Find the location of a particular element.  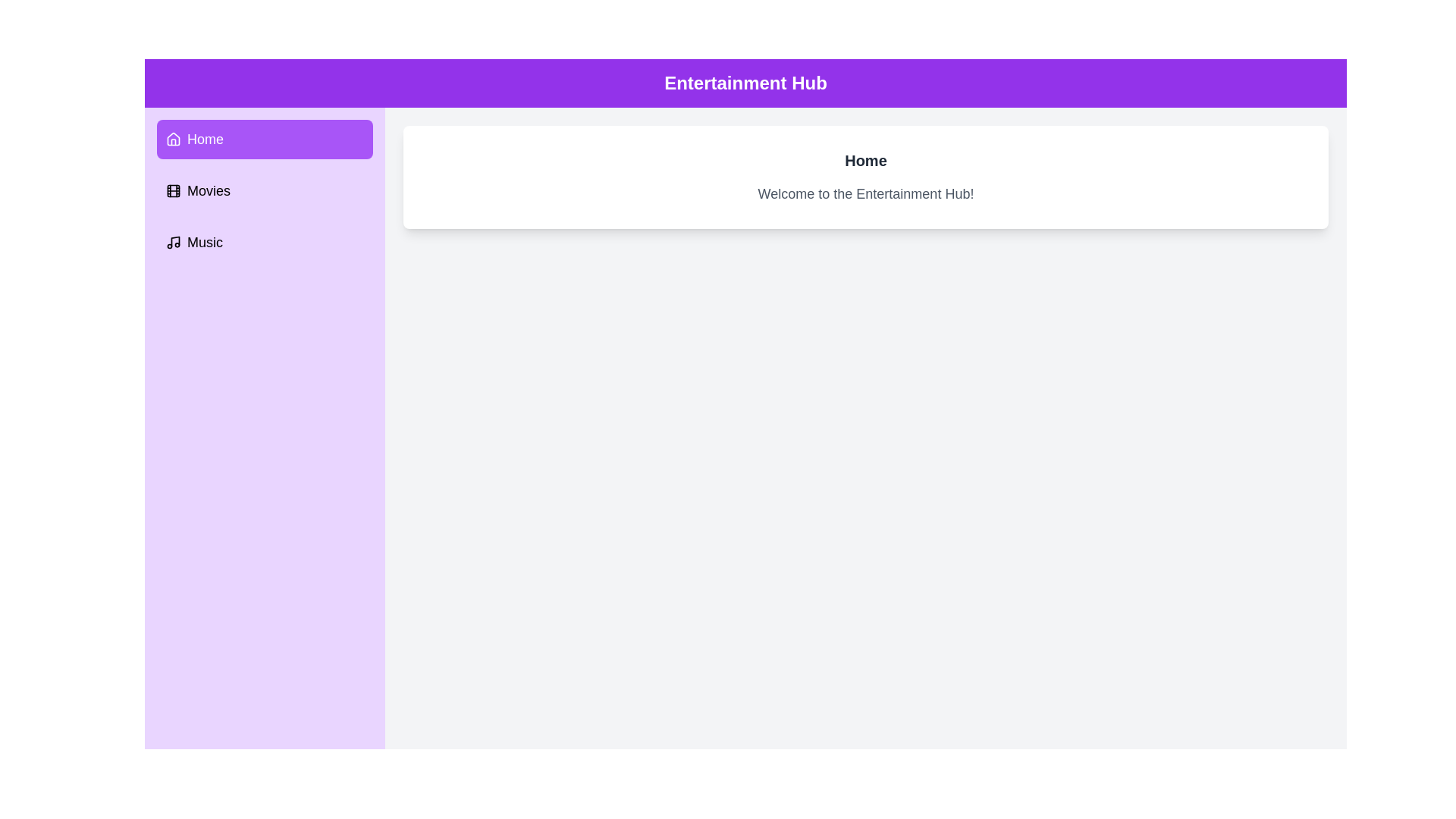

the Home tab to switch to its content is located at coordinates (265, 140).